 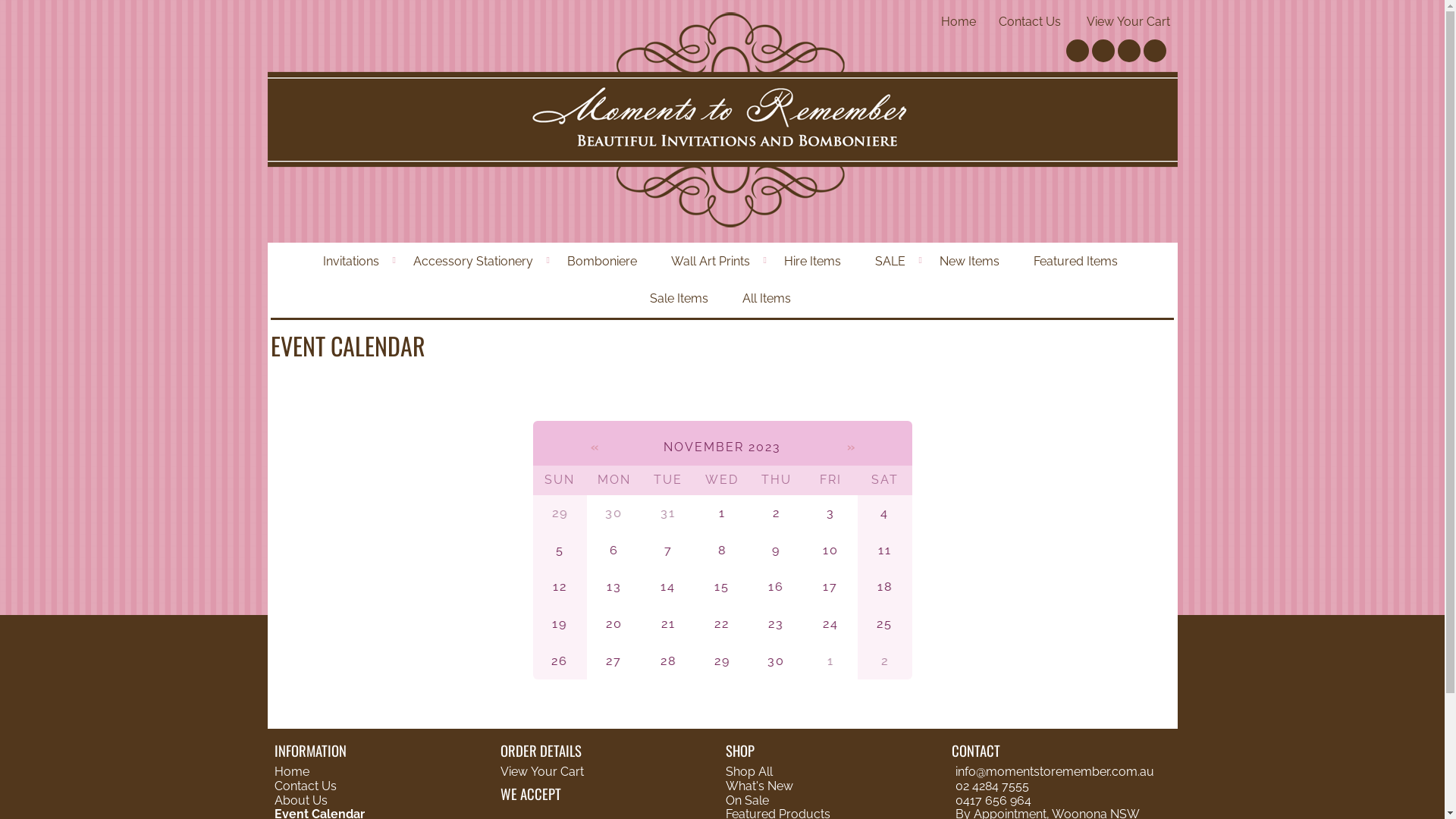 What do you see at coordinates (992, 785) in the screenshot?
I see `'02 4284 7555'` at bounding box center [992, 785].